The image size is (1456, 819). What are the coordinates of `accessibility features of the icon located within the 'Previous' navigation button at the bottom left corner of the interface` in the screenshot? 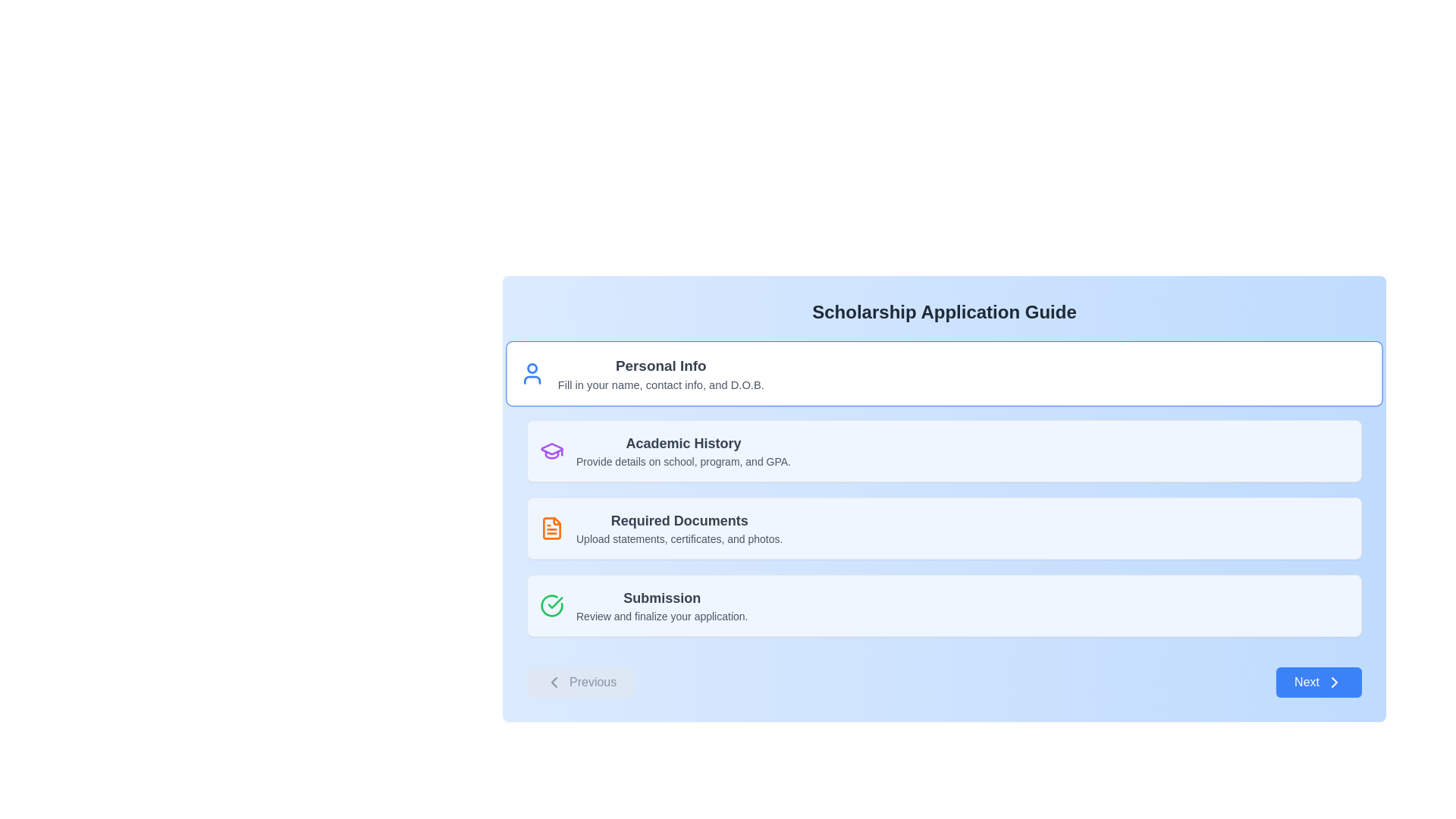 It's located at (553, 681).